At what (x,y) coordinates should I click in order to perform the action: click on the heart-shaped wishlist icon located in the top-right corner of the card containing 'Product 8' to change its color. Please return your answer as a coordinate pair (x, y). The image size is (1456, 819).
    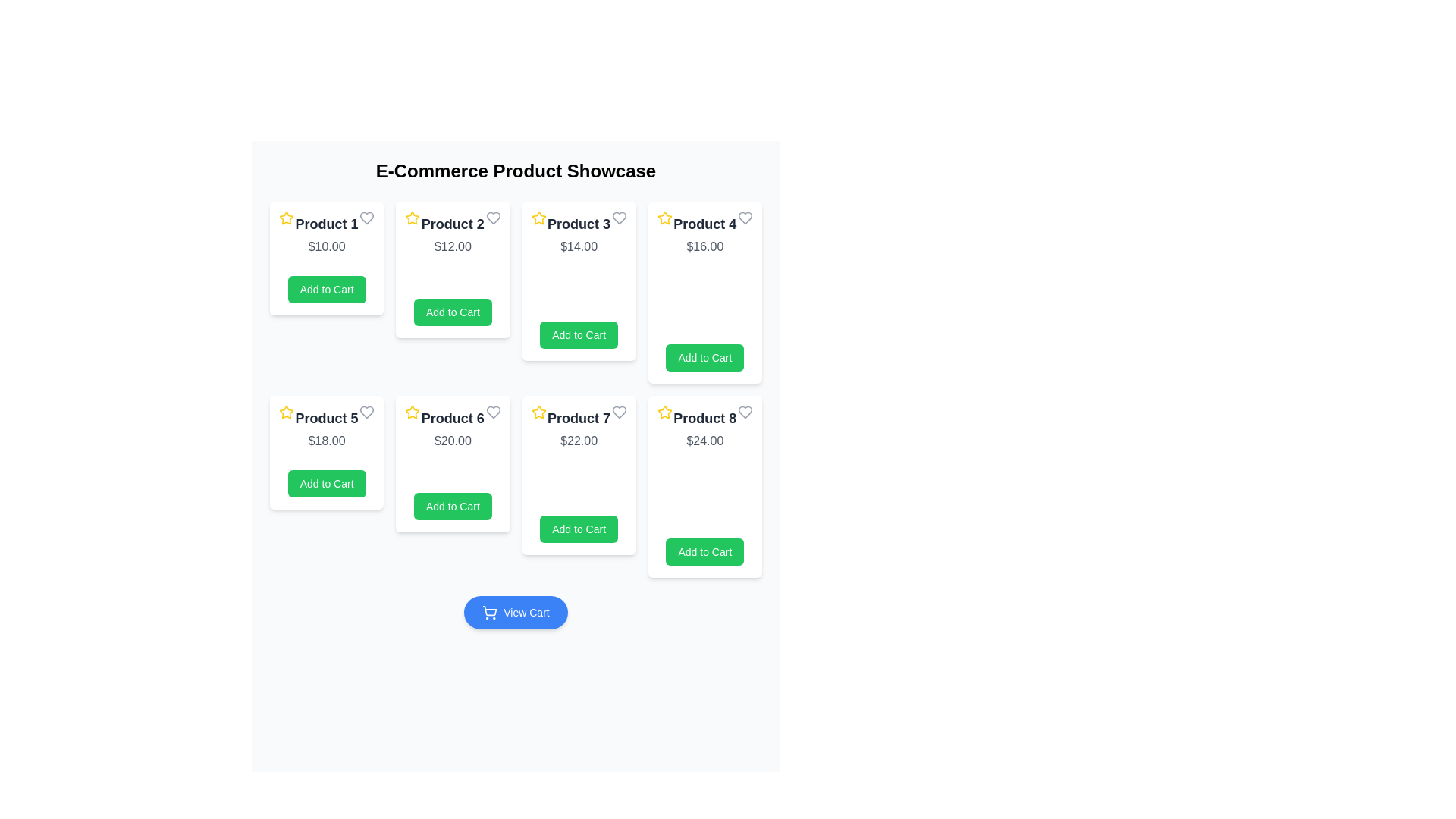
    Looking at the image, I should click on (745, 412).